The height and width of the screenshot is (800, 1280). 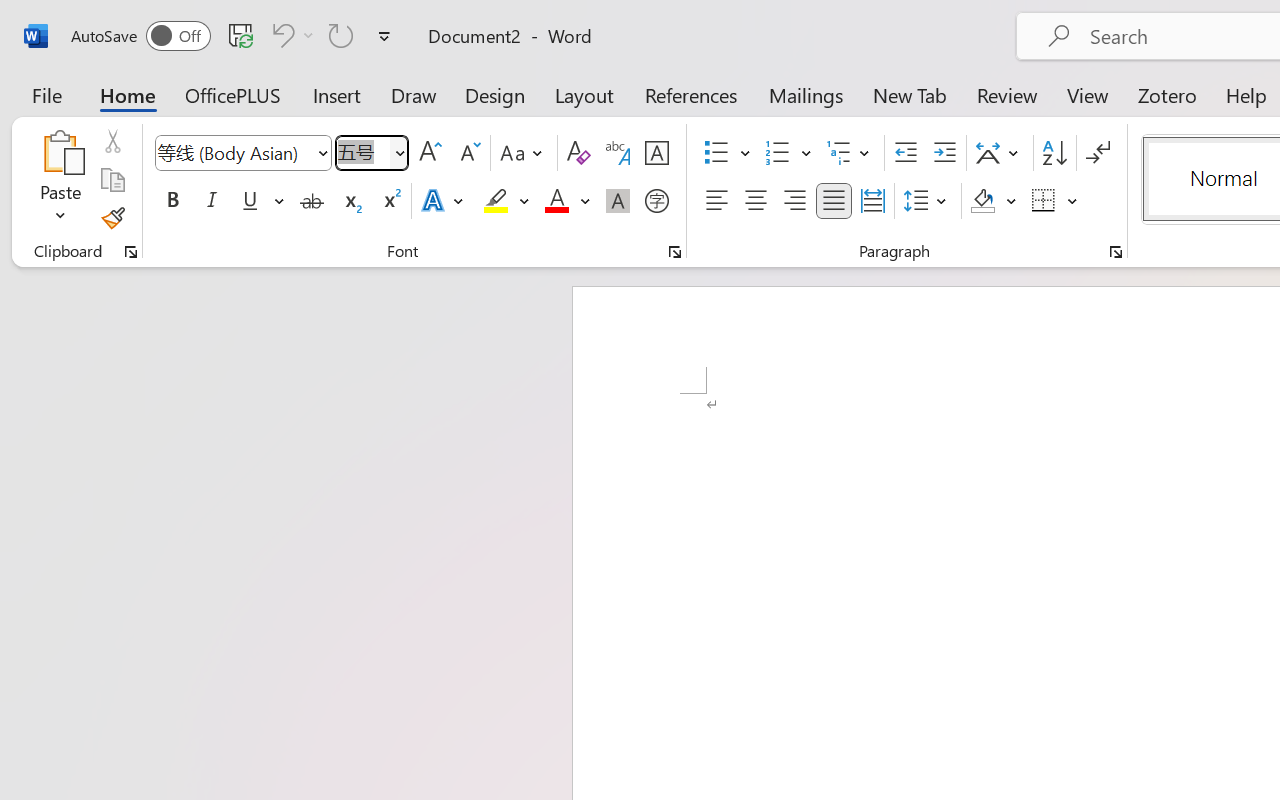 I want to click on 'Save', so click(x=240, y=34).